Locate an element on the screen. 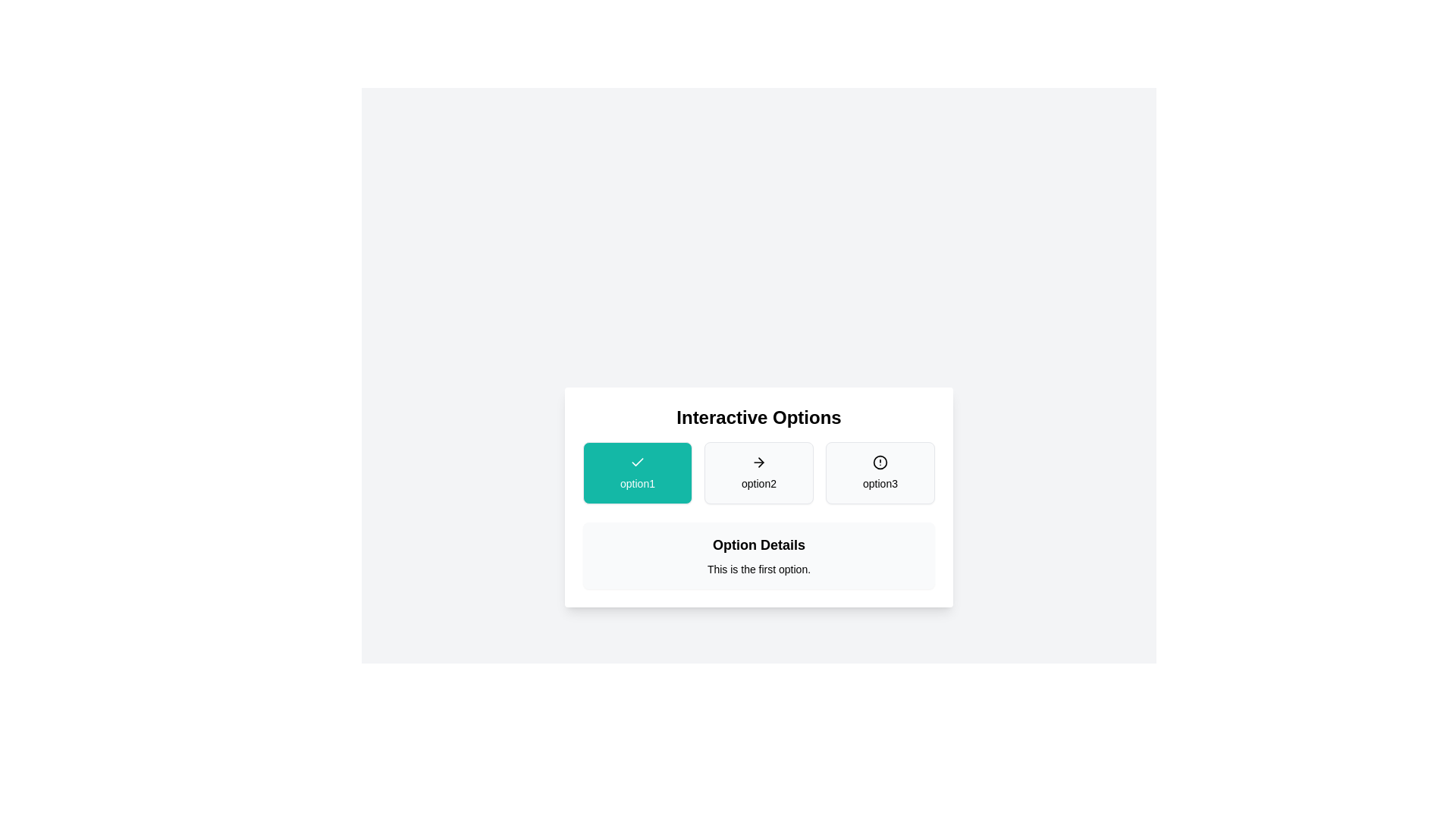  the second interactive card in the 'Interactive Options' section is located at coordinates (759, 472).